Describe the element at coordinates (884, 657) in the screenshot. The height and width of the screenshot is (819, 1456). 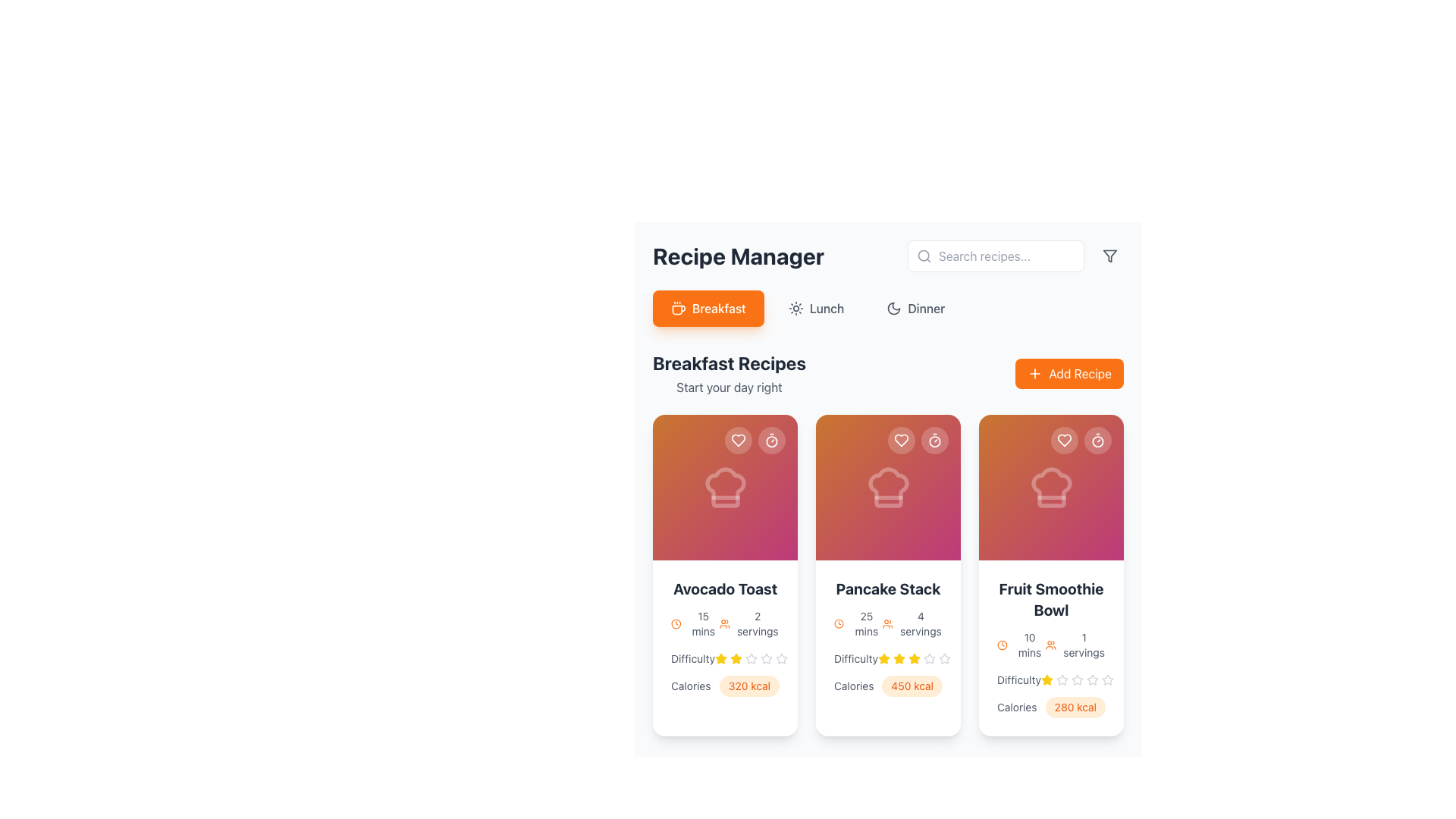
I see `the second Rating star icon for the 'Pancake Stack' recipe, which indicates difficulty level` at that location.